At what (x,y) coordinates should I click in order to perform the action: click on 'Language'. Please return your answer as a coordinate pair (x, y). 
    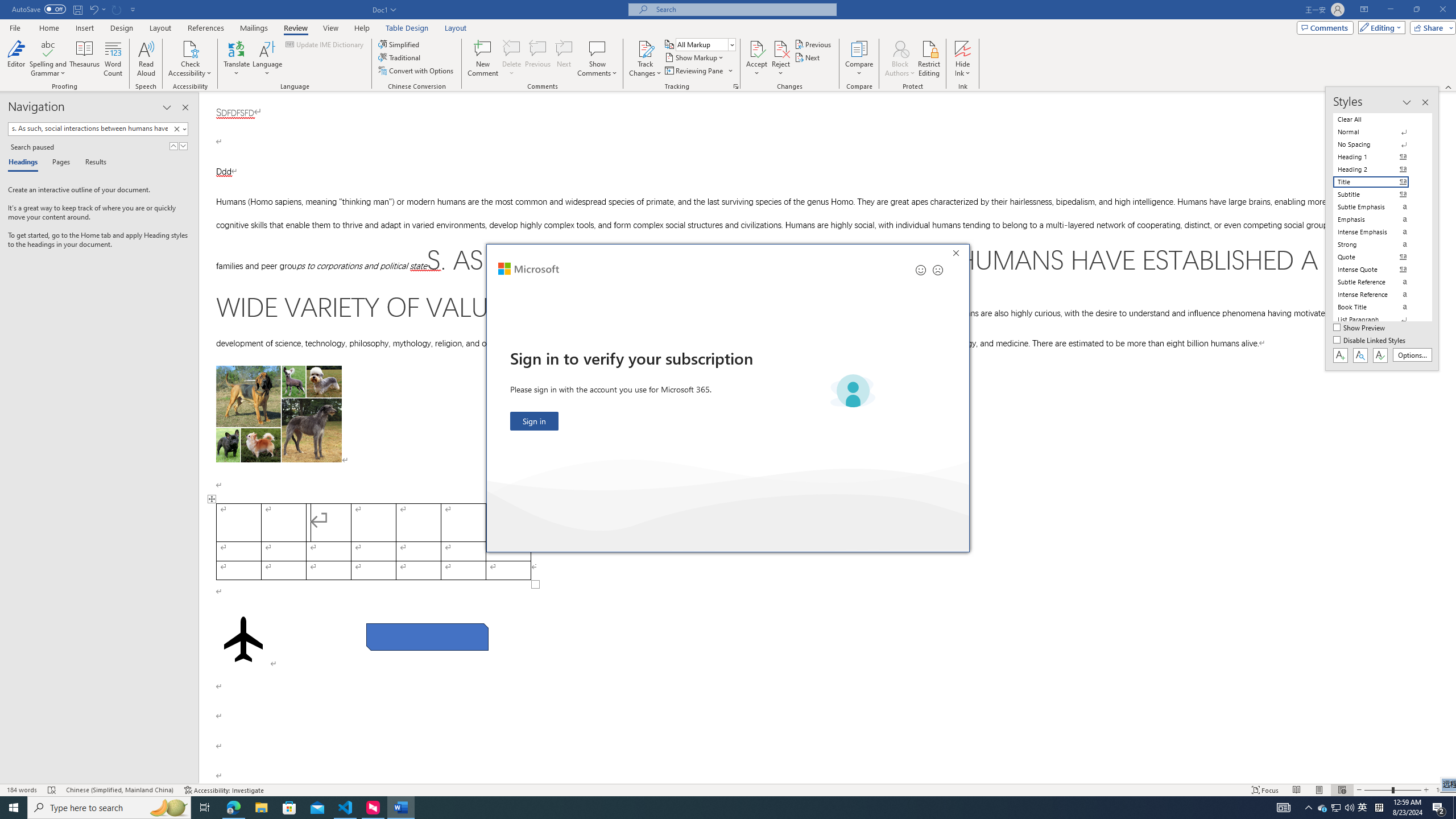
    Looking at the image, I should click on (267, 59).